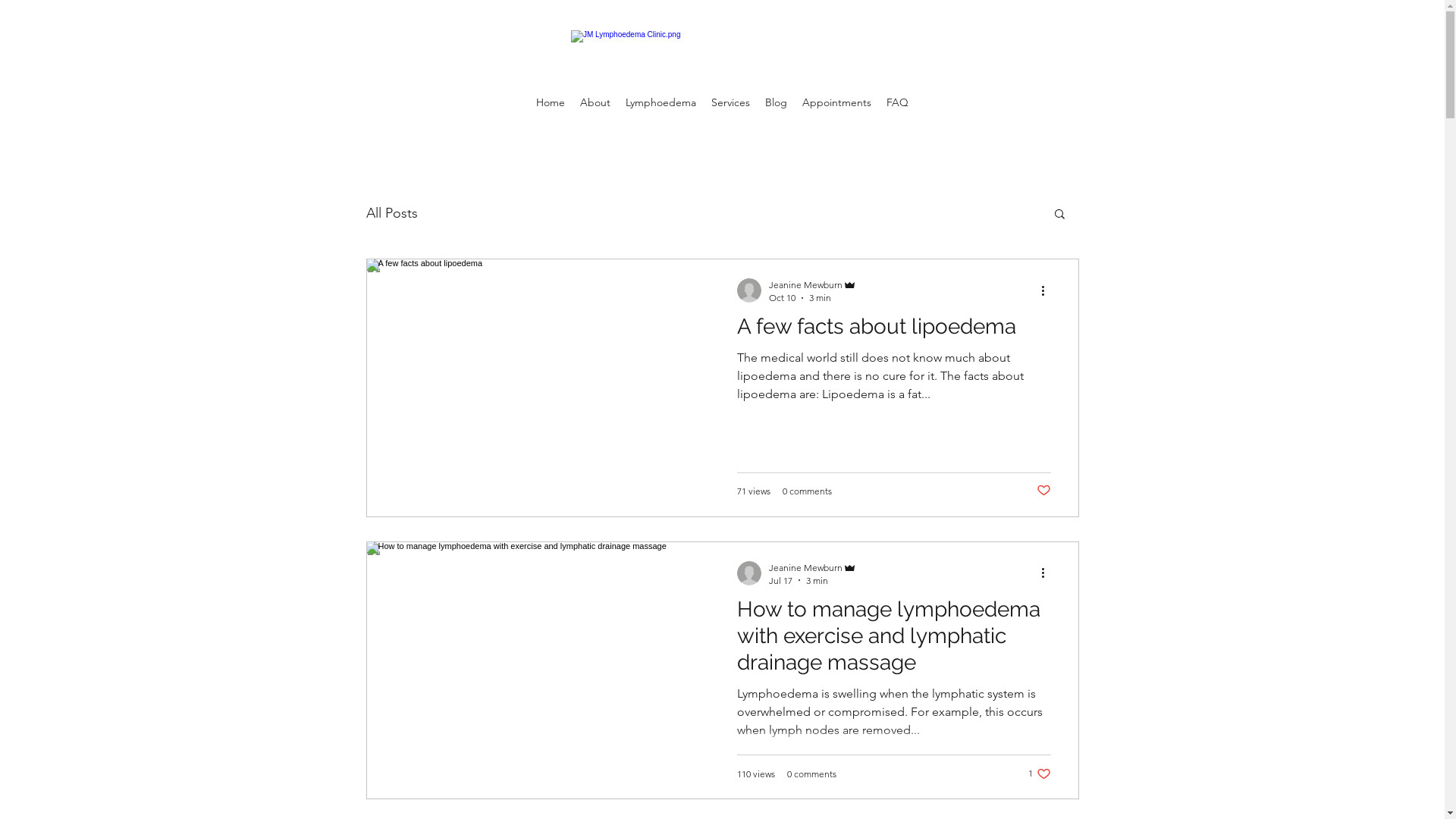 This screenshot has width=1456, height=819. Describe the element at coordinates (878, 102) in the screenshot. I see `'FAQ'` at that location.